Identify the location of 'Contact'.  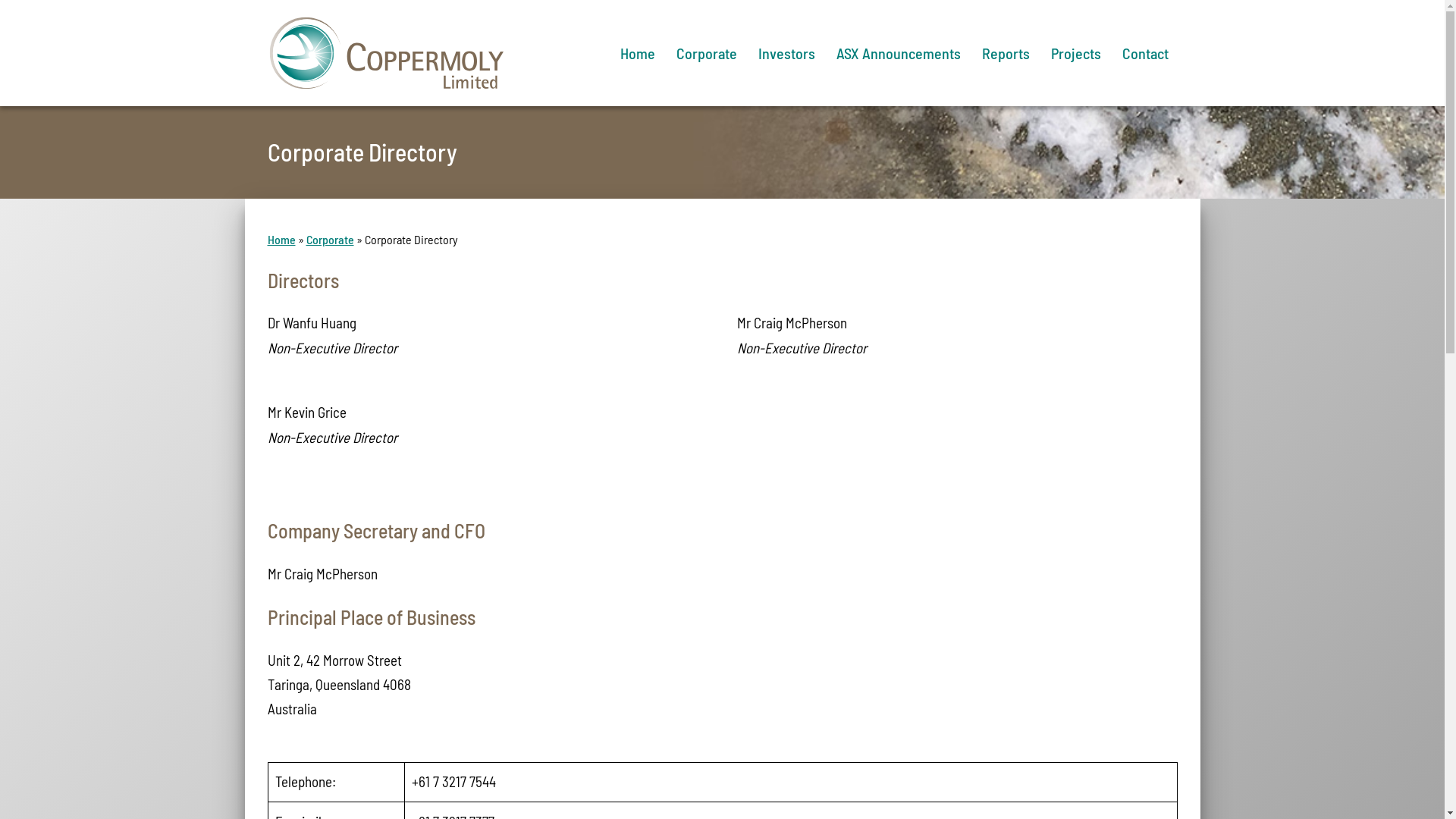
(1145, 52).